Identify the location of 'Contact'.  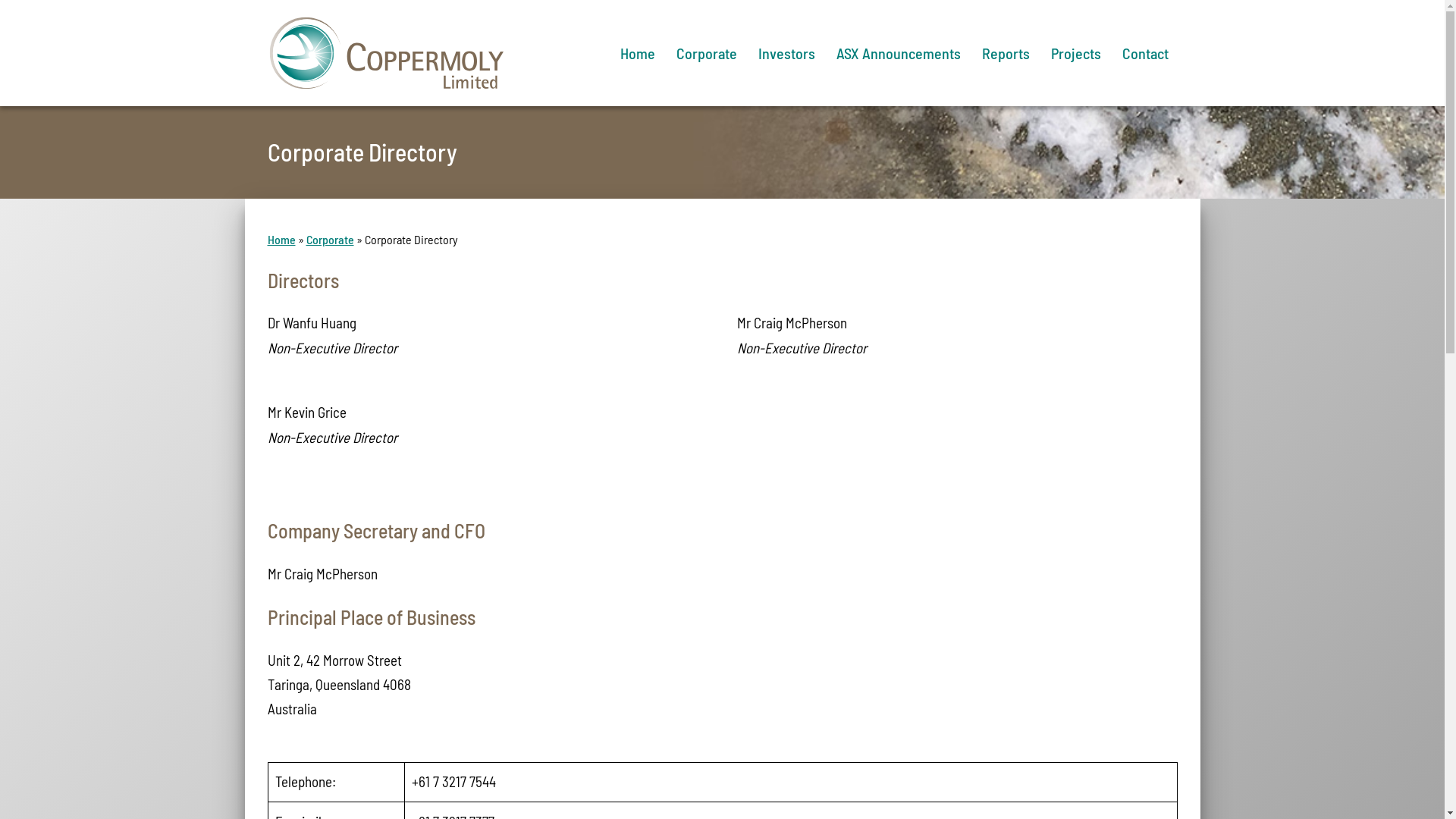
(1145, 52).